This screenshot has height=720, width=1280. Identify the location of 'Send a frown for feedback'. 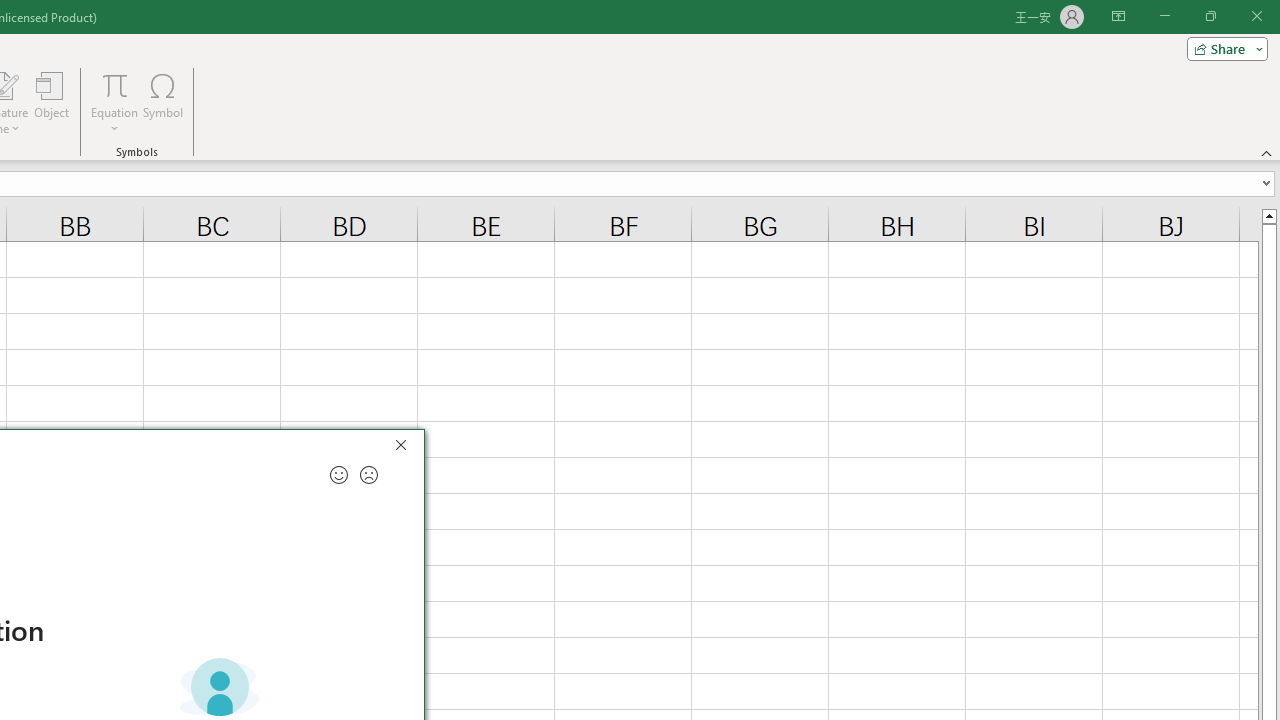
(369, 475).